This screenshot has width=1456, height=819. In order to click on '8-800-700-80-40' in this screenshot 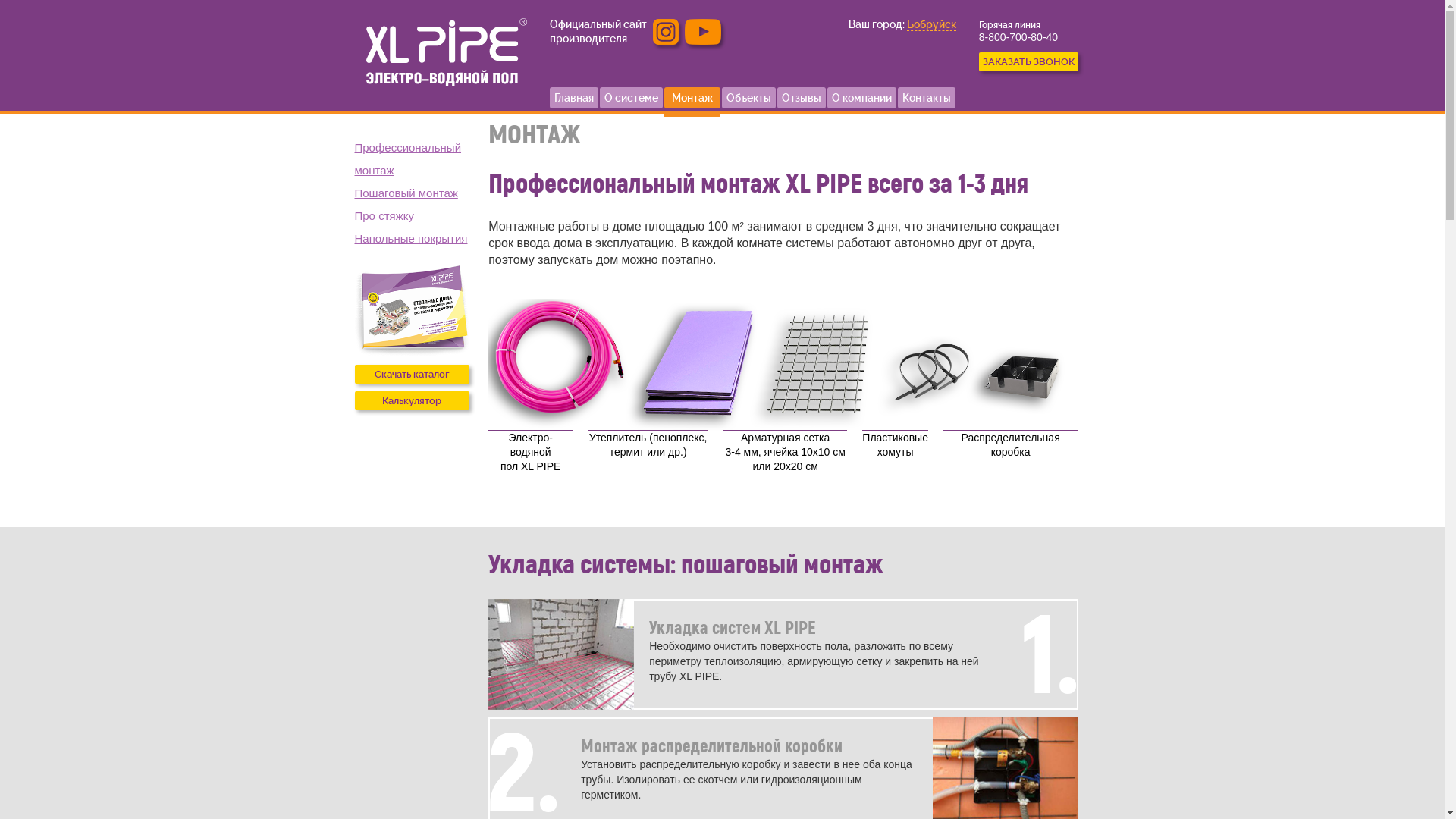, I will do `click(979, 36)`.